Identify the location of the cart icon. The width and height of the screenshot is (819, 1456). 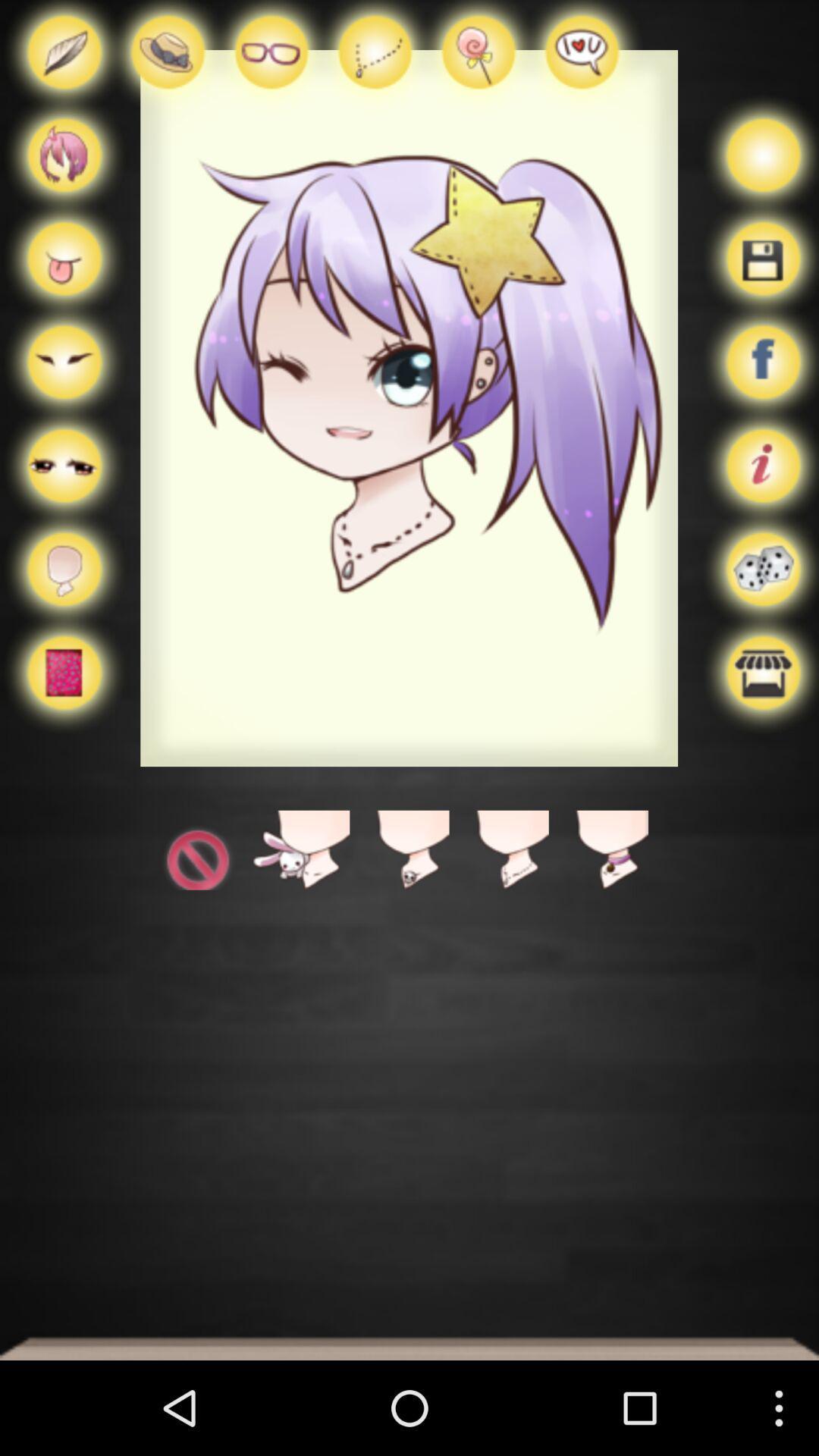
(63, 277).